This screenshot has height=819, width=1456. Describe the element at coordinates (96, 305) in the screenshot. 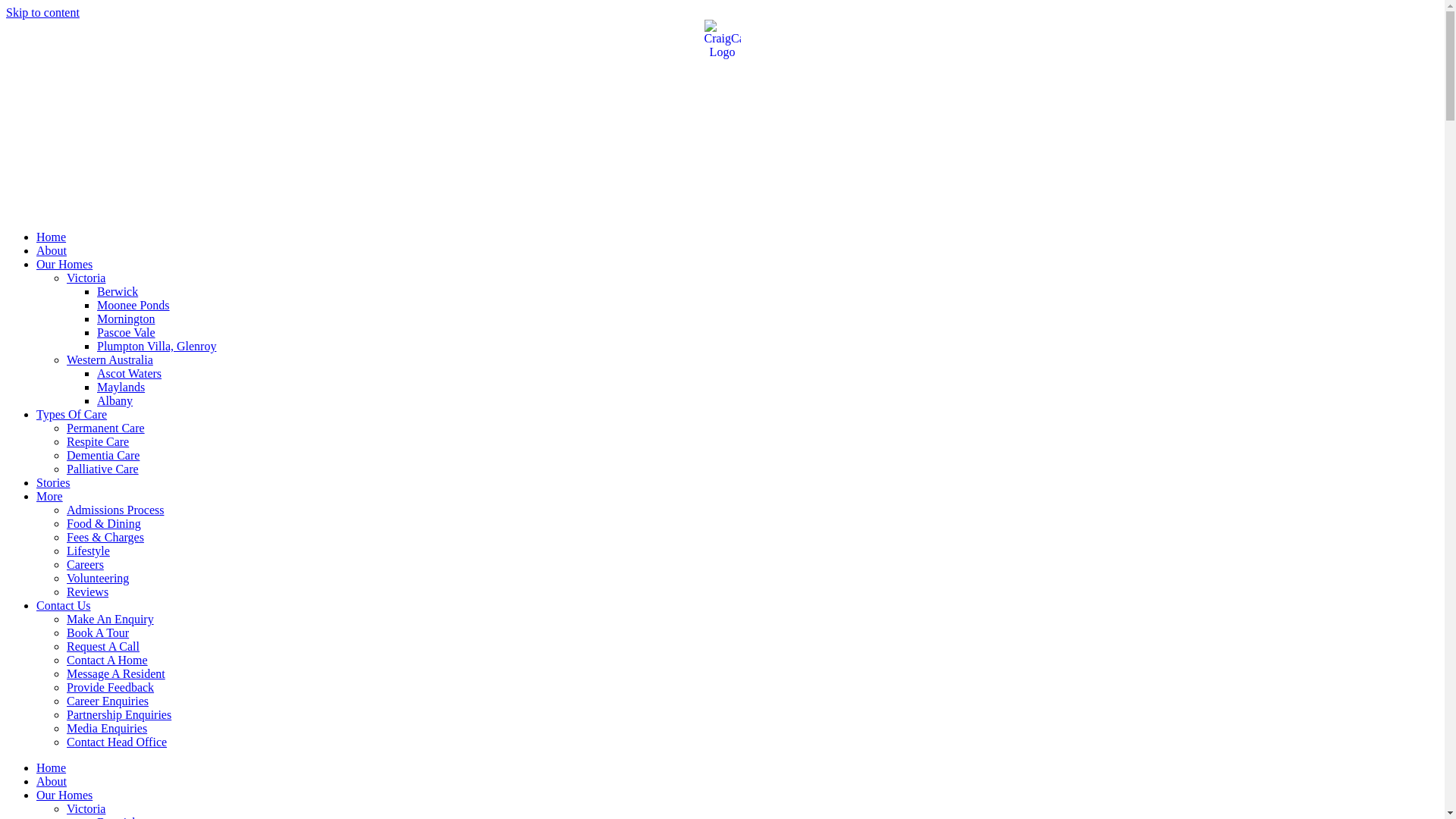

I see `'Moonee Ponds'` at that location.